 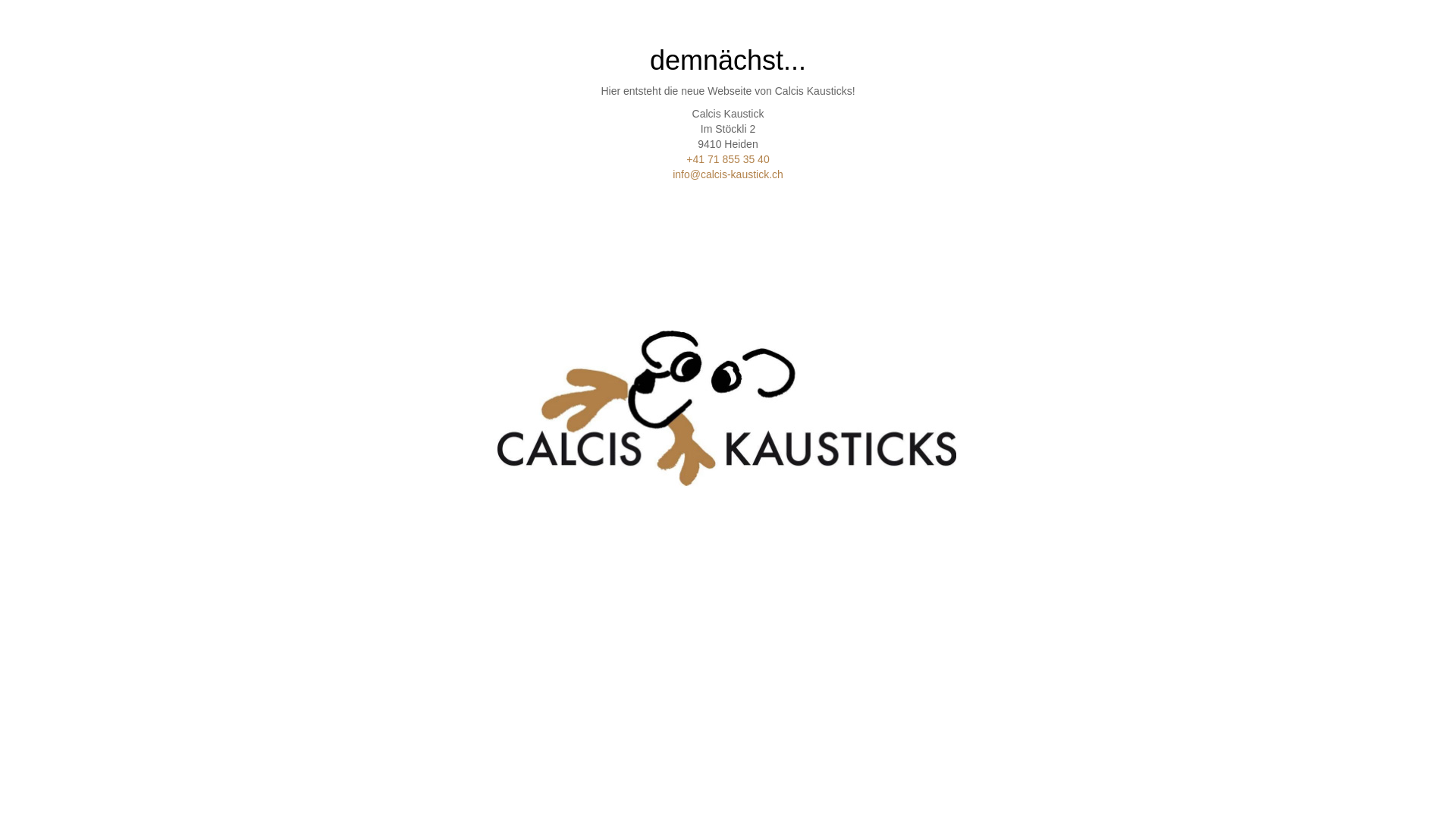 What do you see at coordinates (728, 174) in the screenshot?
I see `'info@calcis-kaustick.ch'` at bounding box center [728, 174].